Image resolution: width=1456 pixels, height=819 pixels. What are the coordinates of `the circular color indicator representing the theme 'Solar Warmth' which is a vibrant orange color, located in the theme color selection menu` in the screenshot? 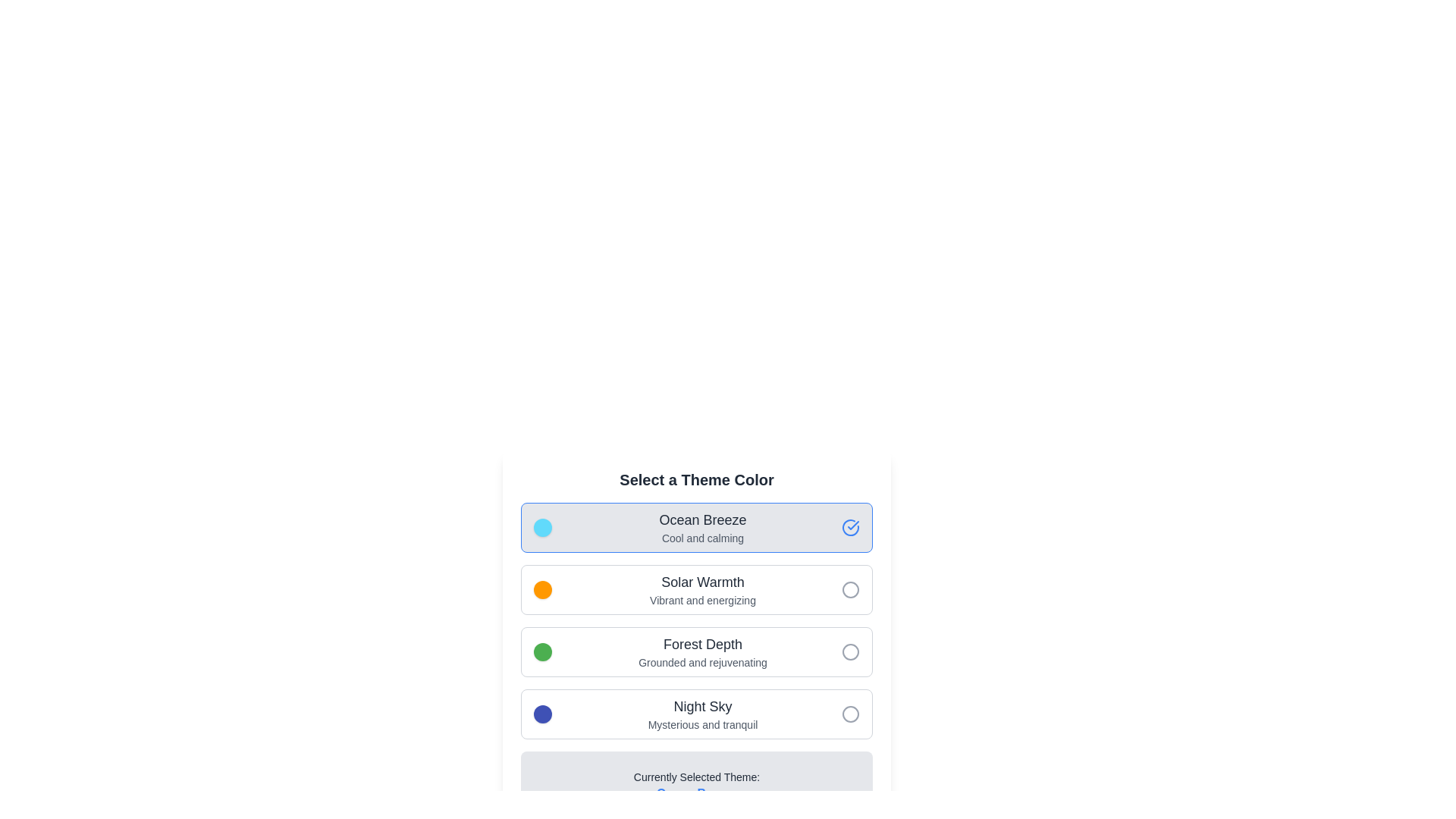 It's located at (542, 589).